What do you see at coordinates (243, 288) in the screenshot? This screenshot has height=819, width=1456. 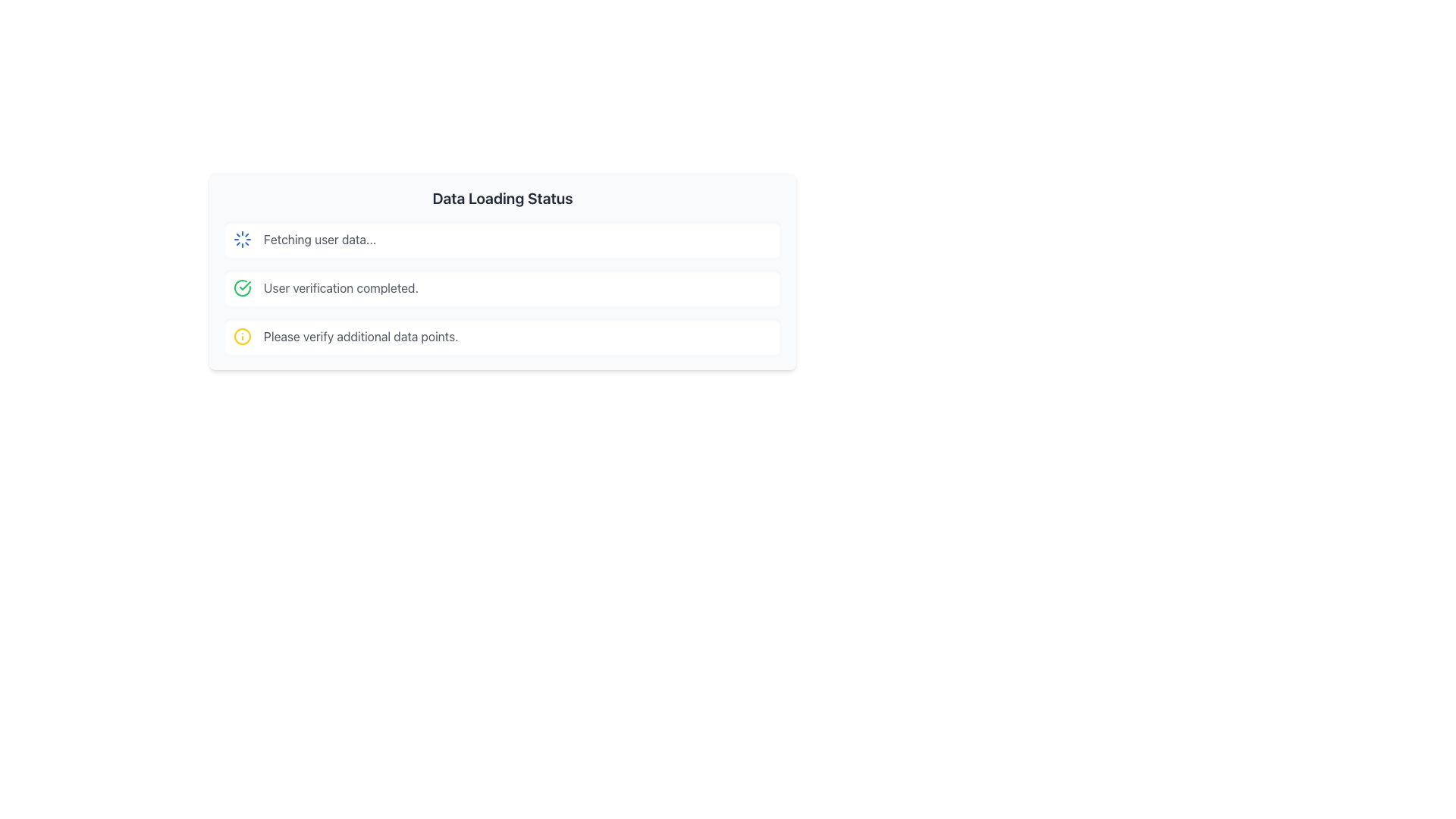 I see `the checkmark icon within a green circle that indicates a completed status, located next to the text 'User verification completed.'` at bounding box center [243, 288].